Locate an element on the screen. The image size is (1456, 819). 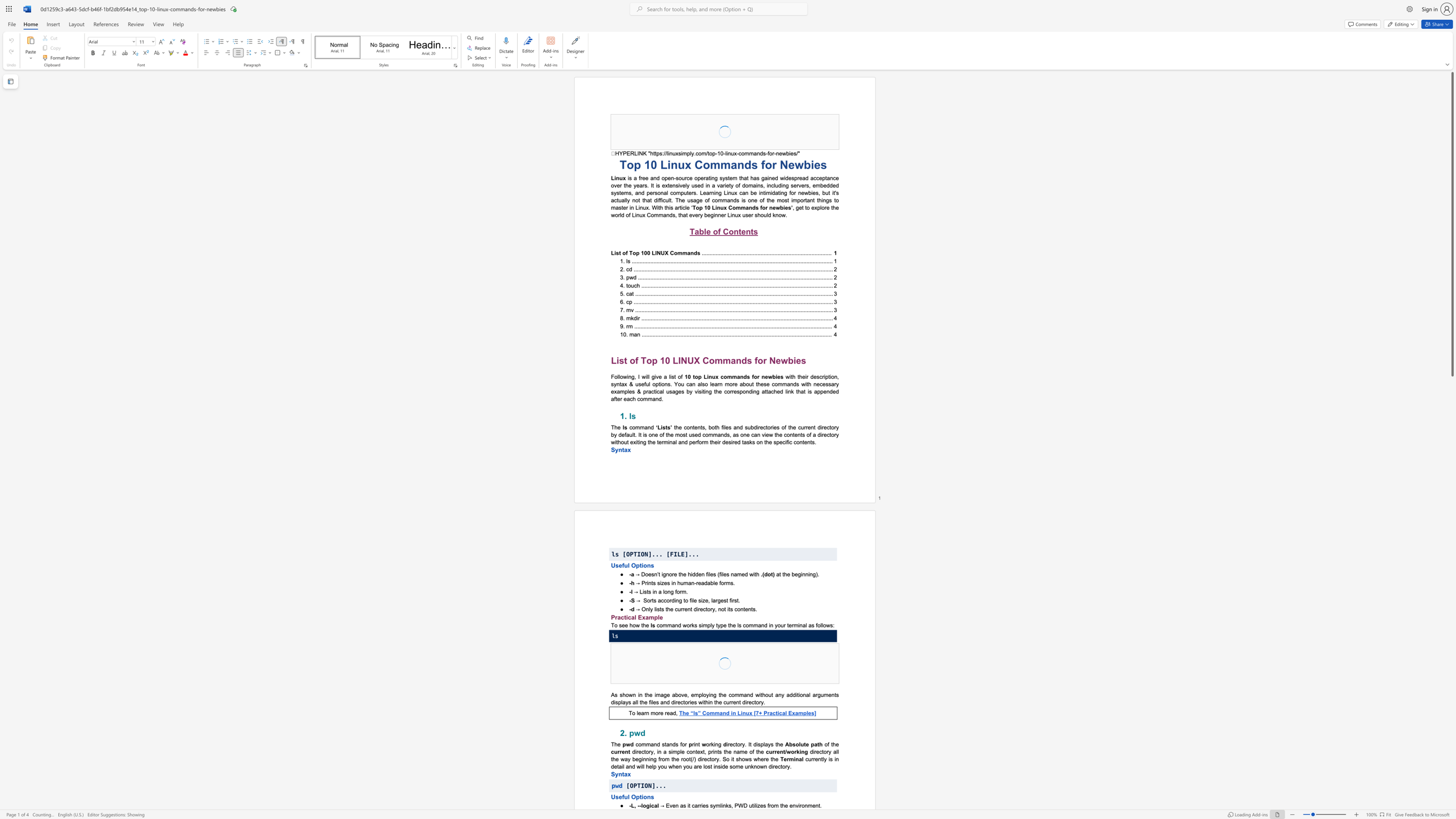
the scrollbar on the right side to scroll the page down is located at coordinates (1451, 720).